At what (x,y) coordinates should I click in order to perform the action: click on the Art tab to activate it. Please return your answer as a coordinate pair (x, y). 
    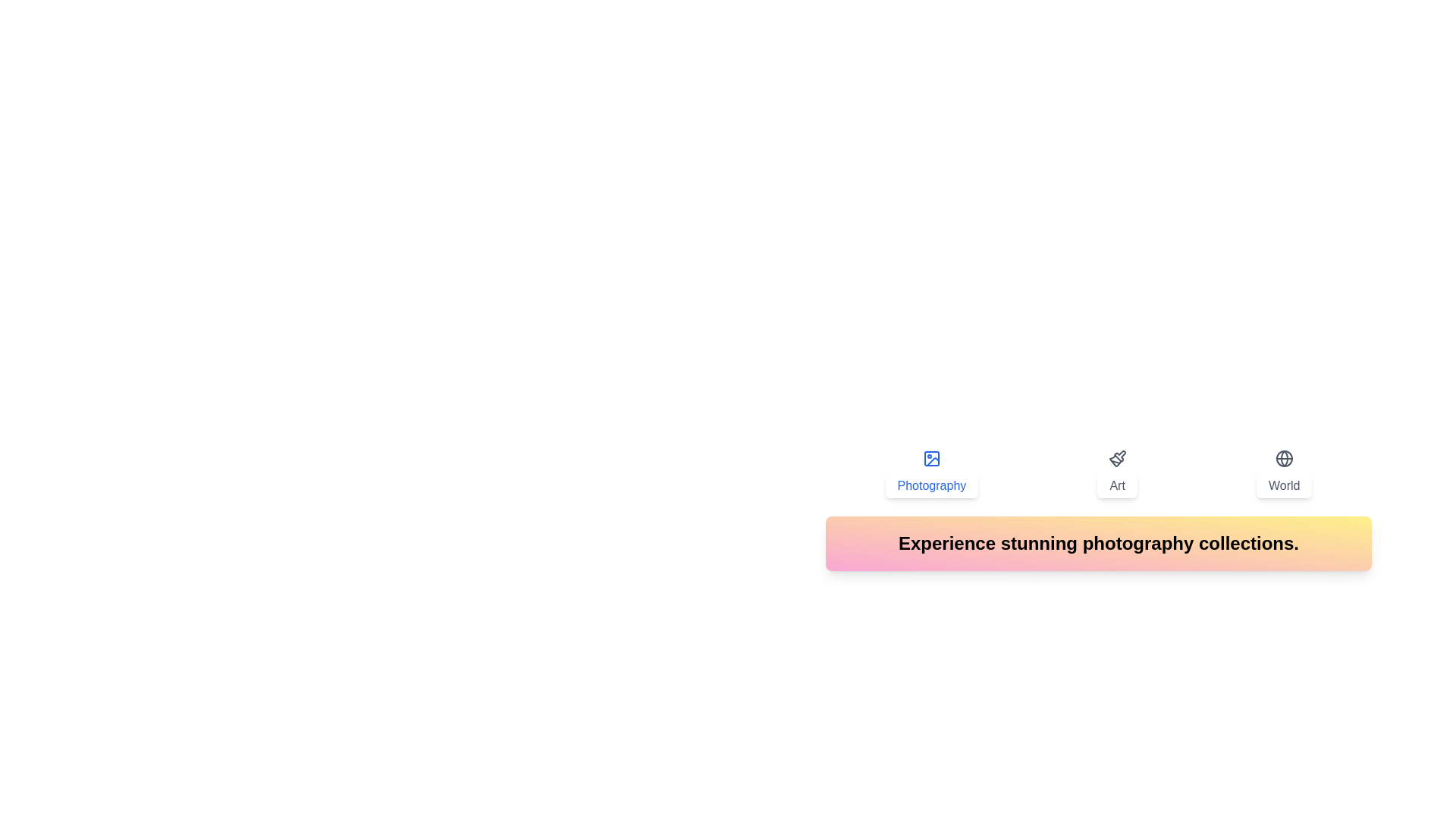
    Looking at the image, I should click on (1117, 472).